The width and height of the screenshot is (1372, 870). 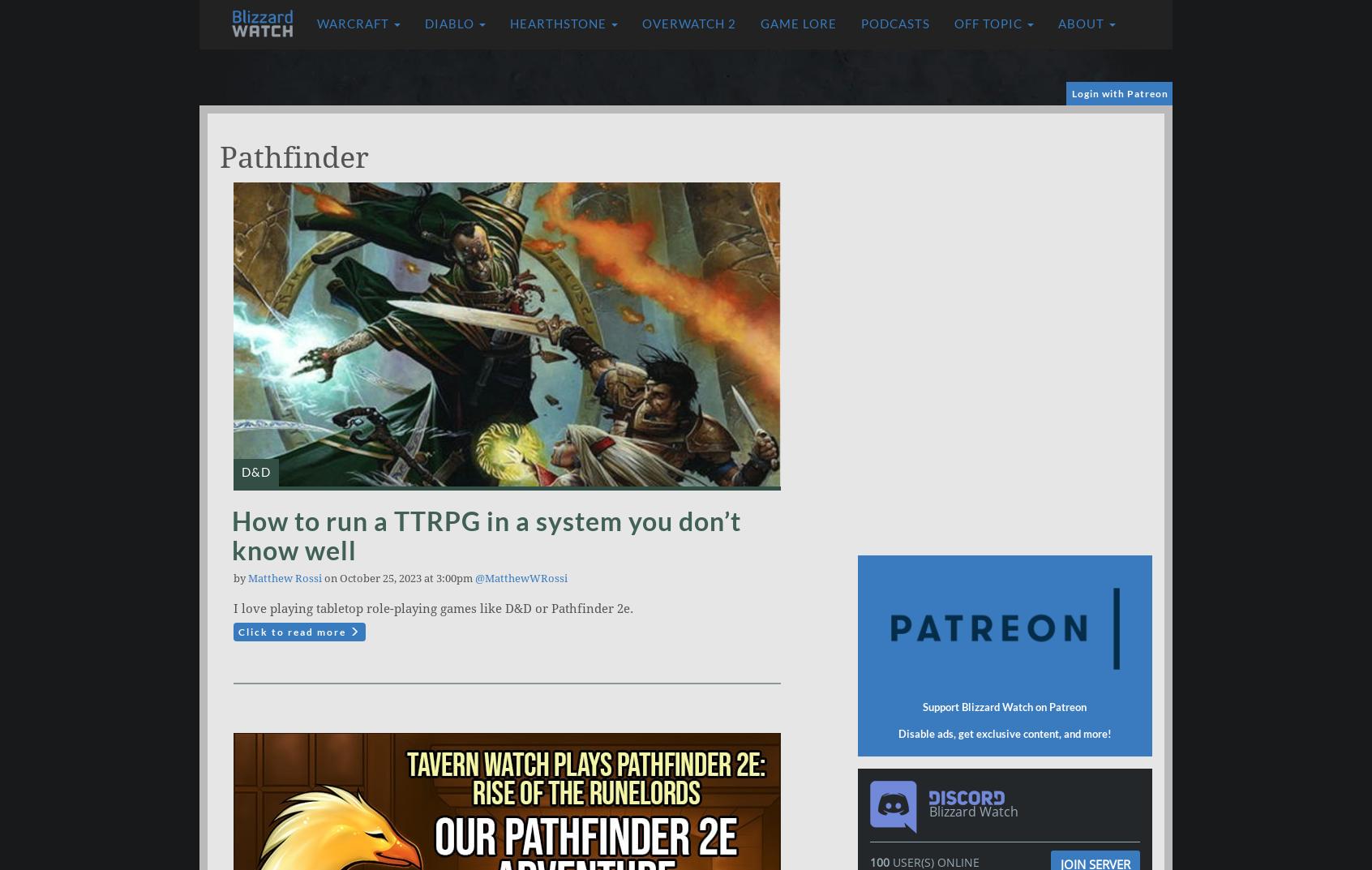 What do you see at coordinates (688, 23) in the screenshot?
I see `'Overwatch 2'` at bounding box center [688, 23].